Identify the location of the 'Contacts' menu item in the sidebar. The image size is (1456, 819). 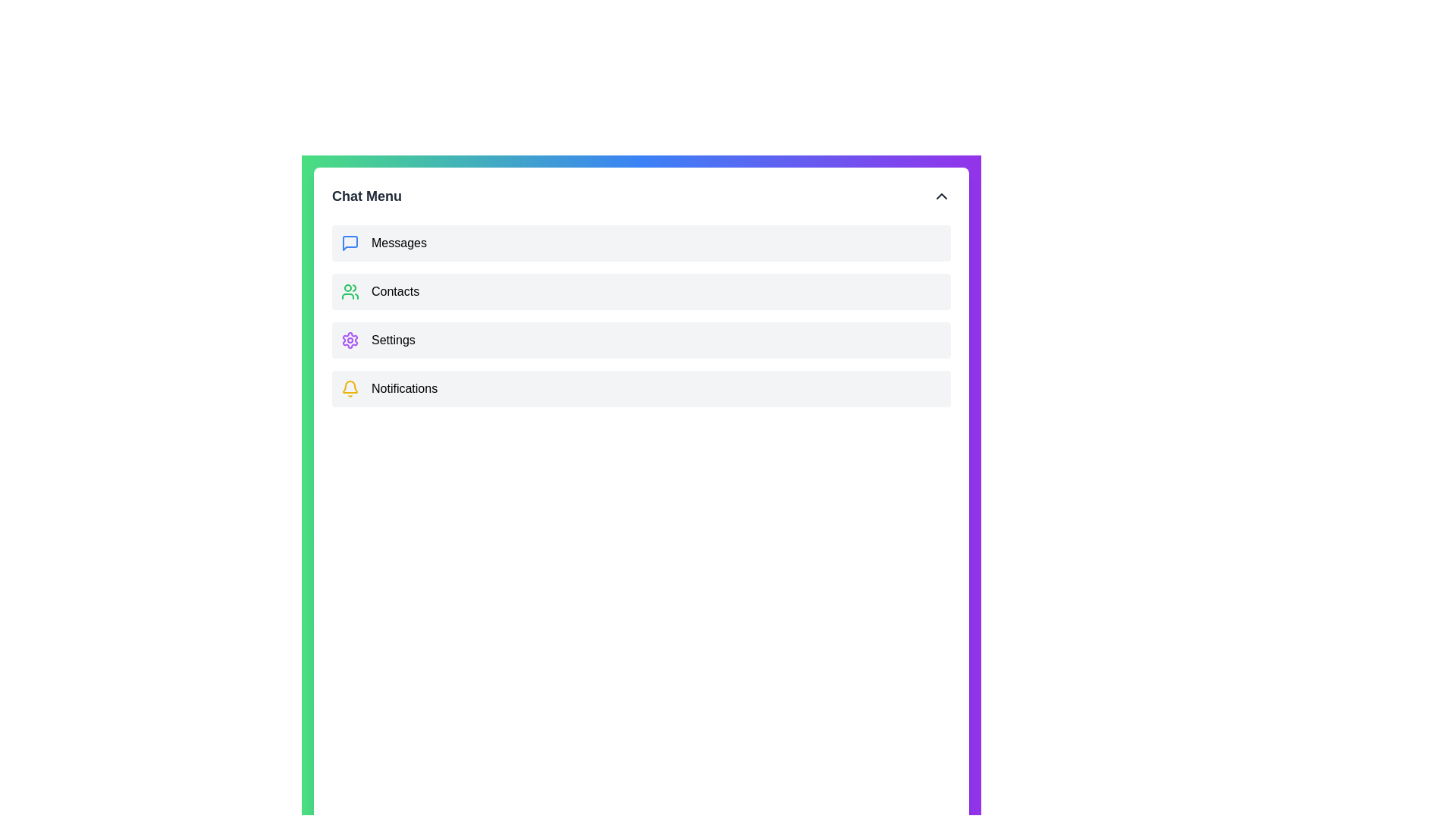
(641, 292).